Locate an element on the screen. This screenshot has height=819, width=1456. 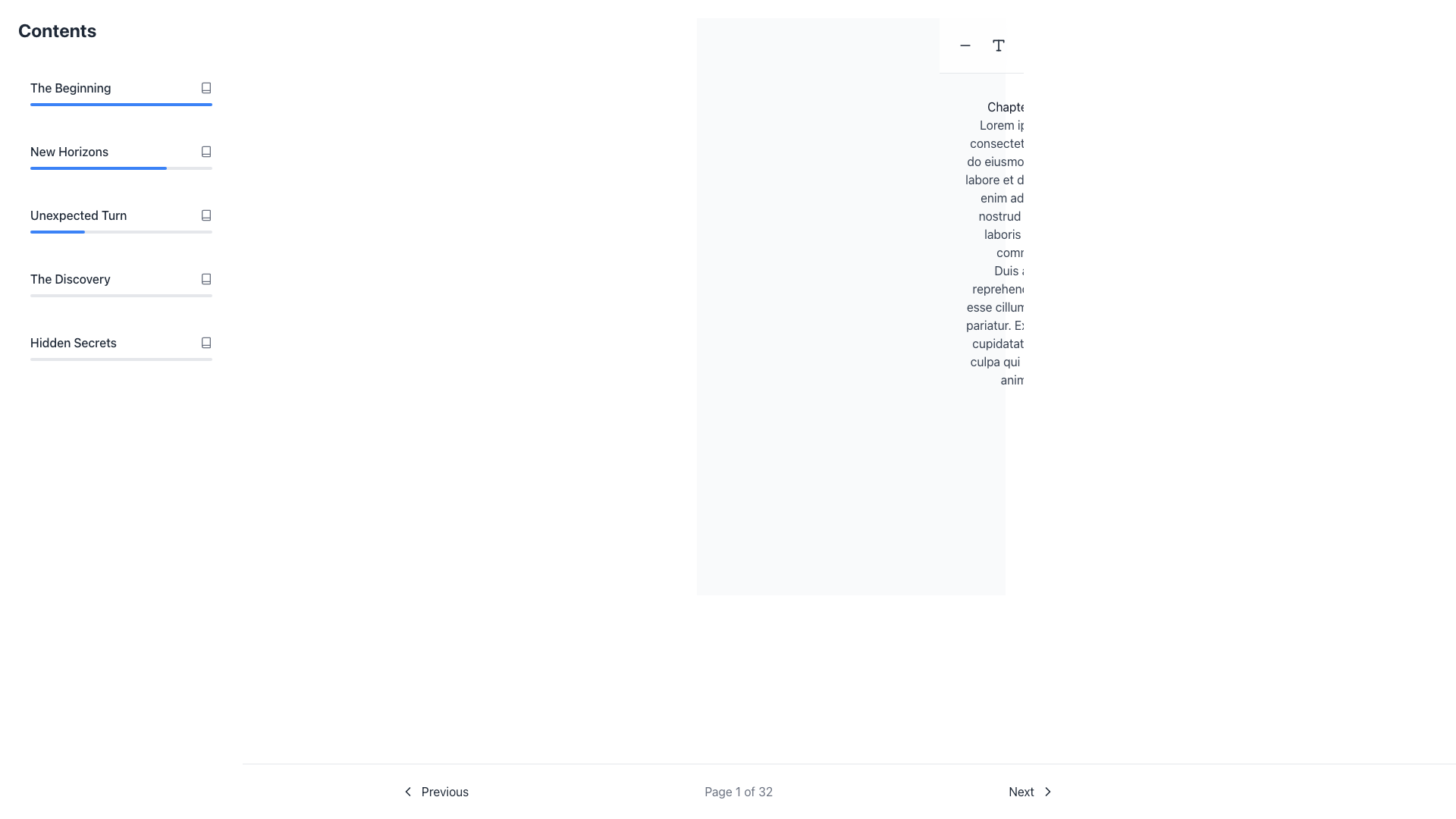
the first navigational list item in the 'Contents' section is located at coordinates (120, 93).